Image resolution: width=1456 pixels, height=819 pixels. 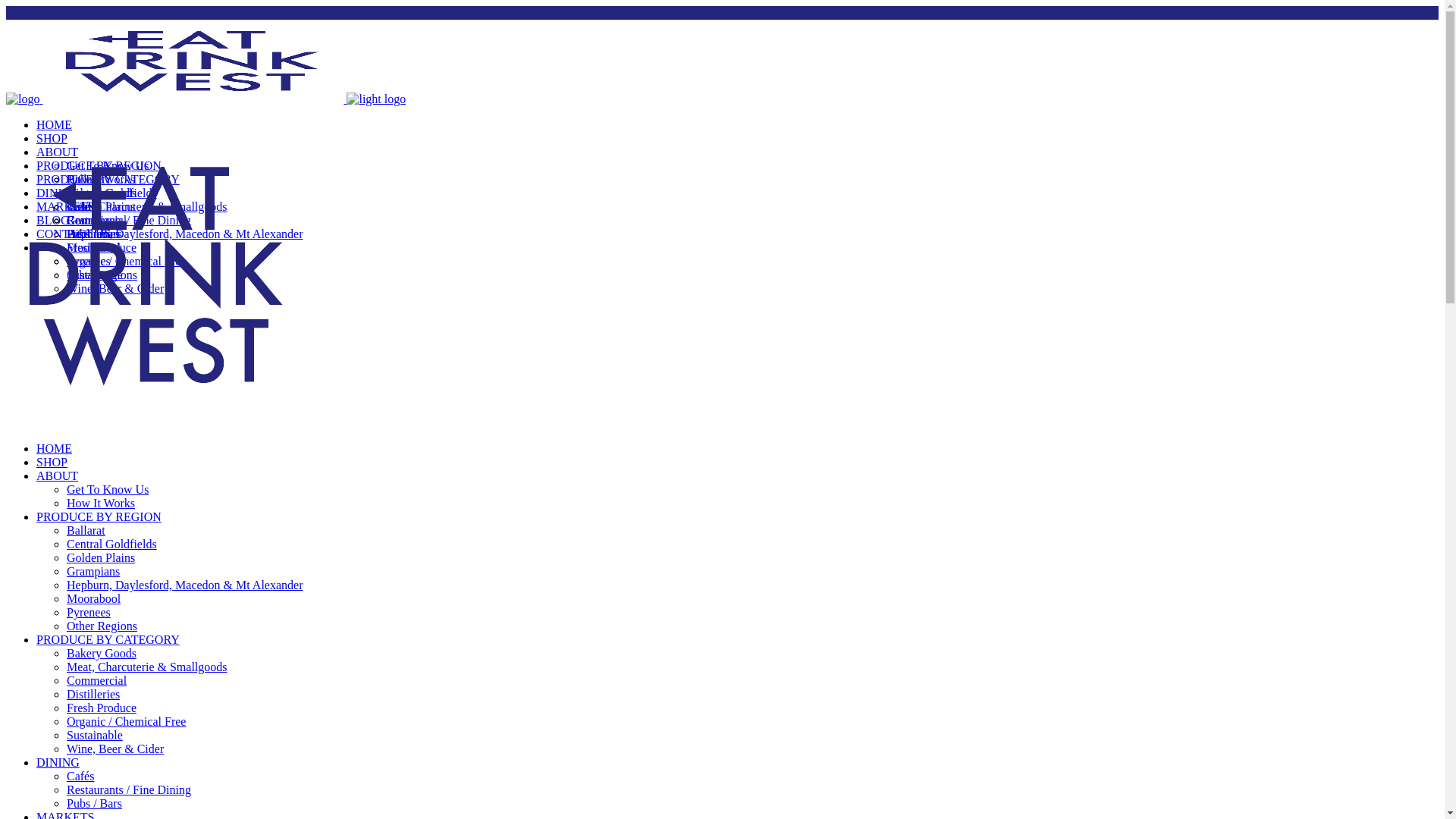 I want to click on 'Bakery Goods', so click(x=101, y=652).